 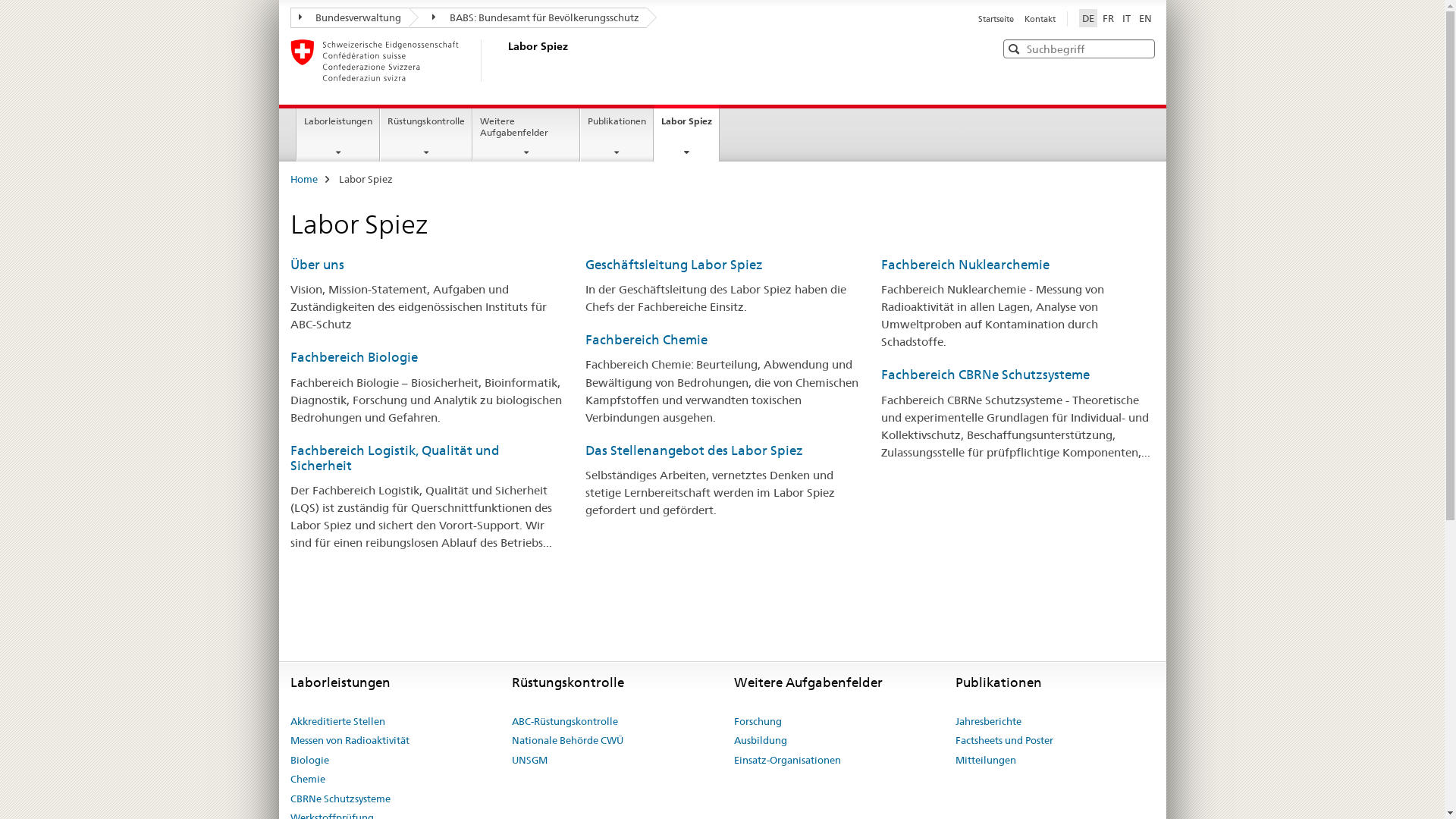 I want to click on 'FR', so click(x=1108, y=17).